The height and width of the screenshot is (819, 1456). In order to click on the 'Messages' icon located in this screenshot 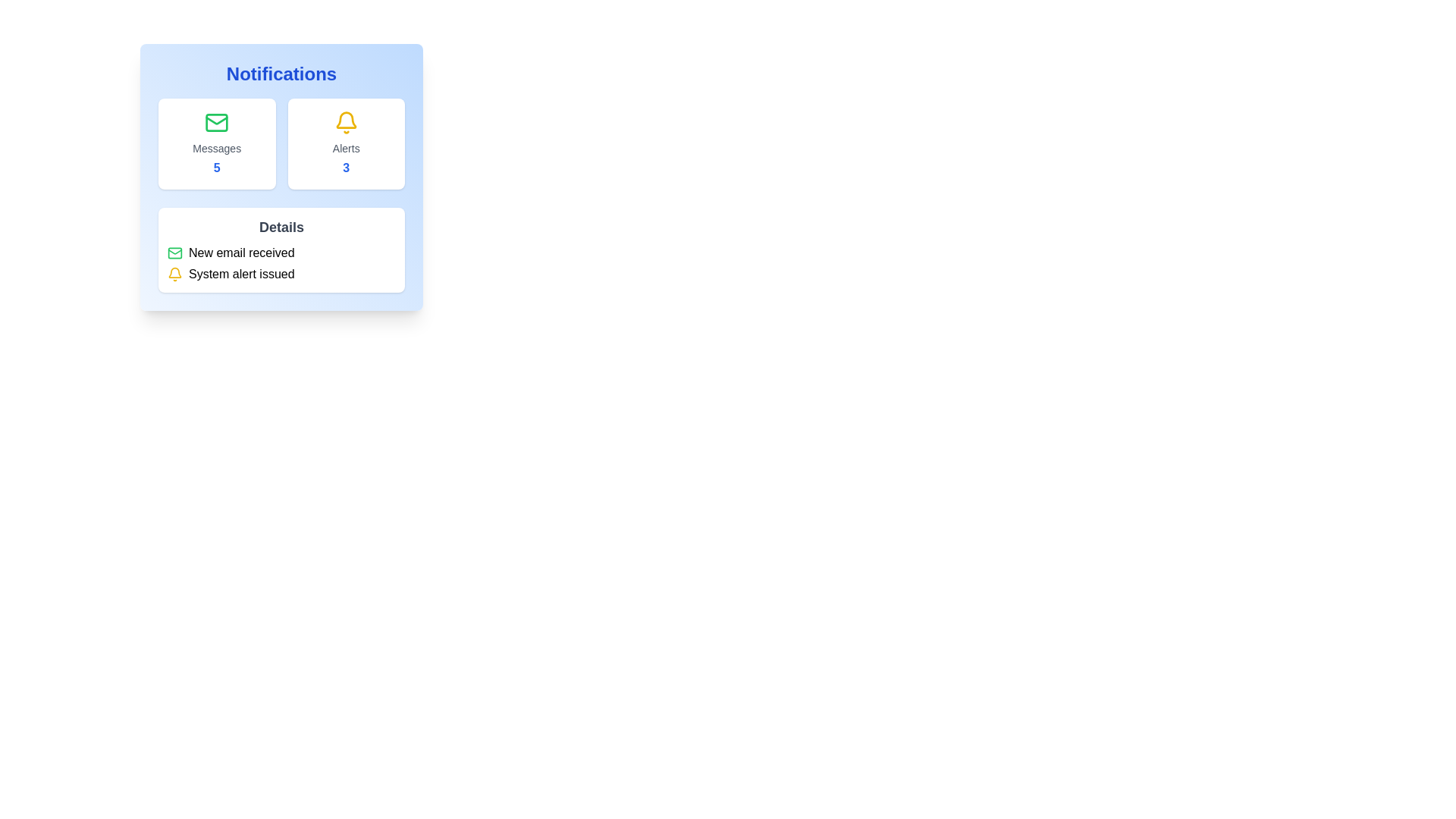, I will do `click(216, 122)`.